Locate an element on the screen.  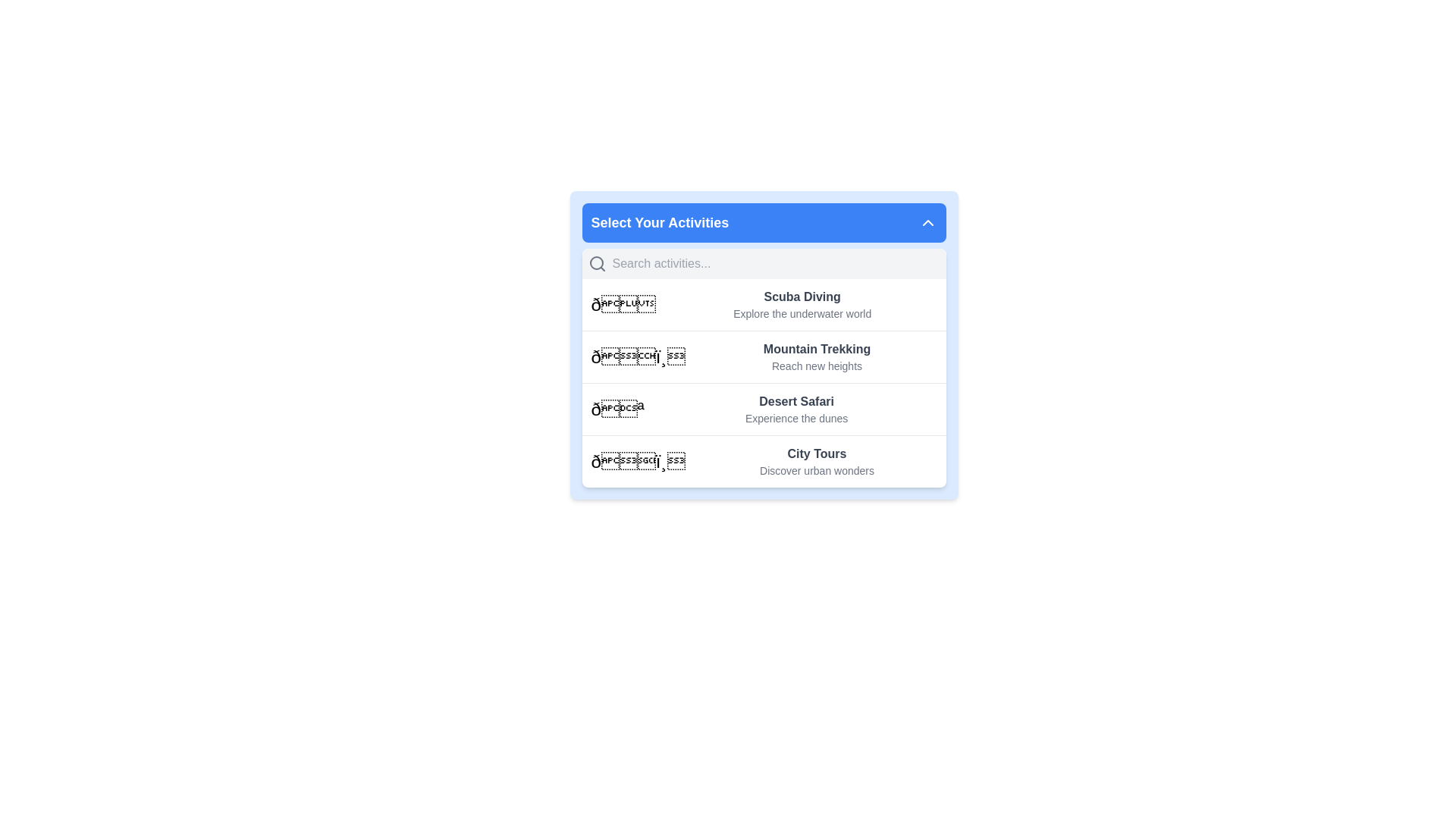
the rectangular blue button labeled 'Select Your Activities' is located at coordinates (764, 222).